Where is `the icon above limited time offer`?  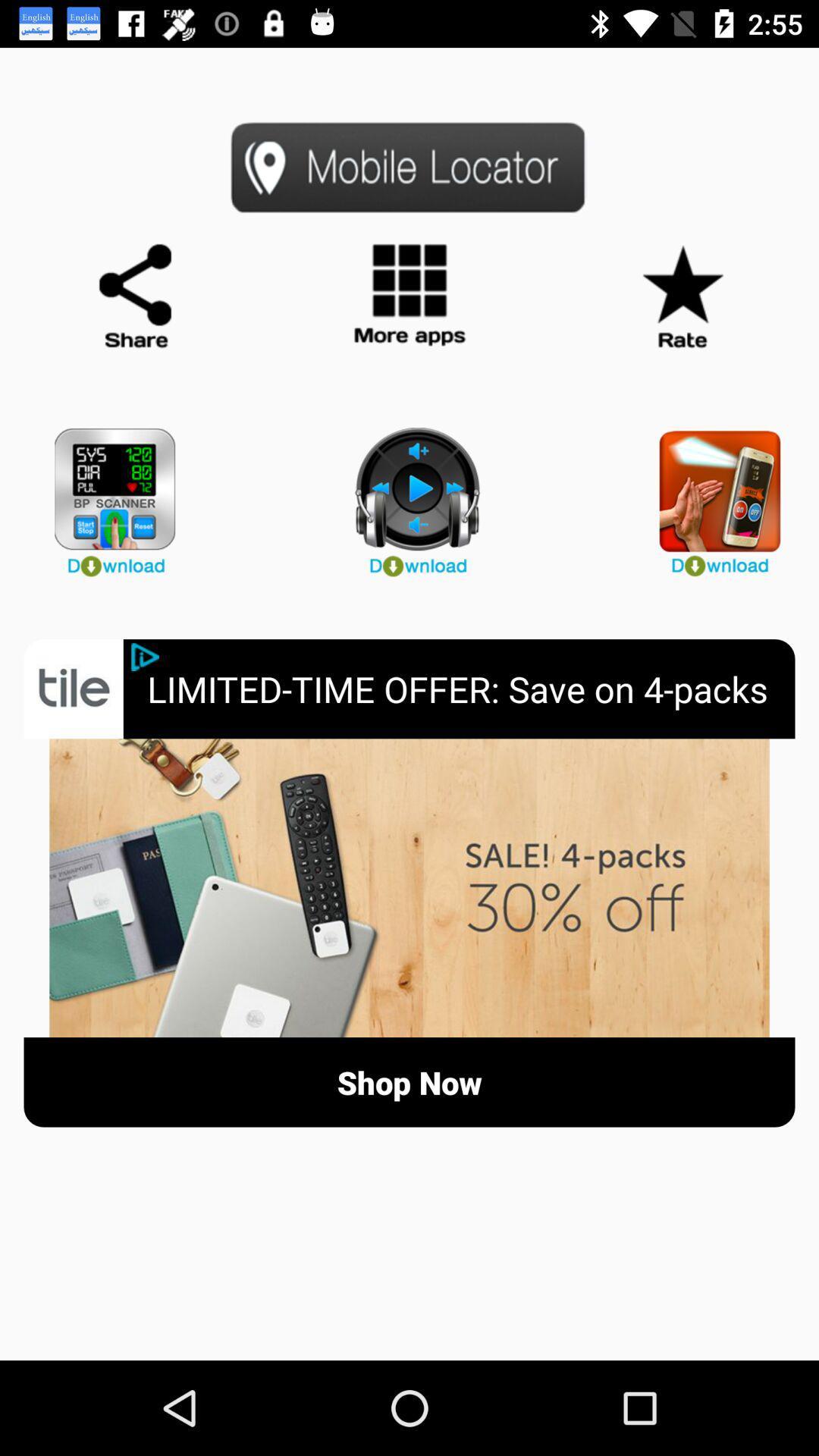 the icon above limited time offer is located at coordinates (409, 495).